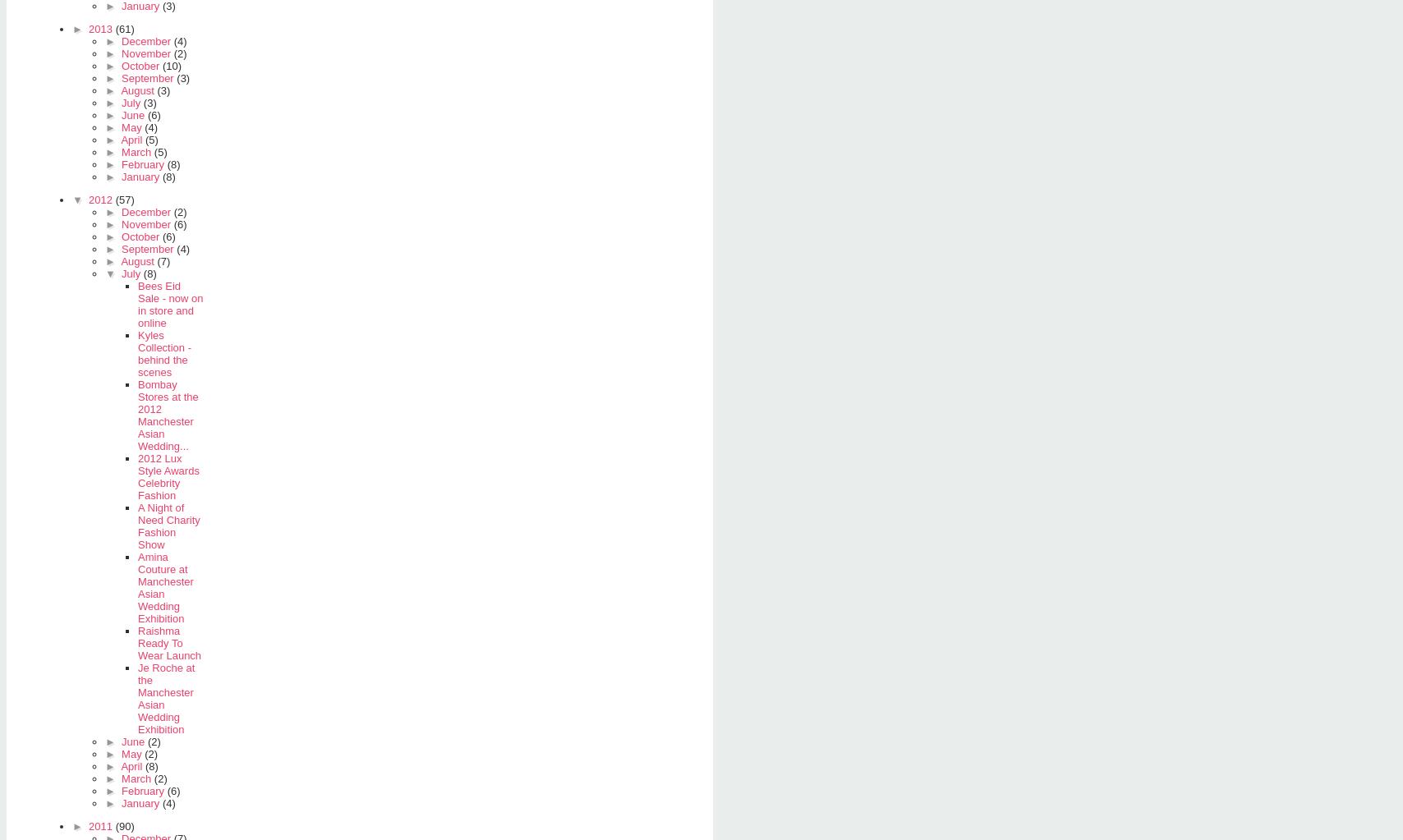 This screenshot has width=1403, height=840. What do you see at coordinates (166, 697) in the screenshot?
I see `'Je Roche at the Manchester Asian Wedding Exhibition'` at bounding box center [166, 697].